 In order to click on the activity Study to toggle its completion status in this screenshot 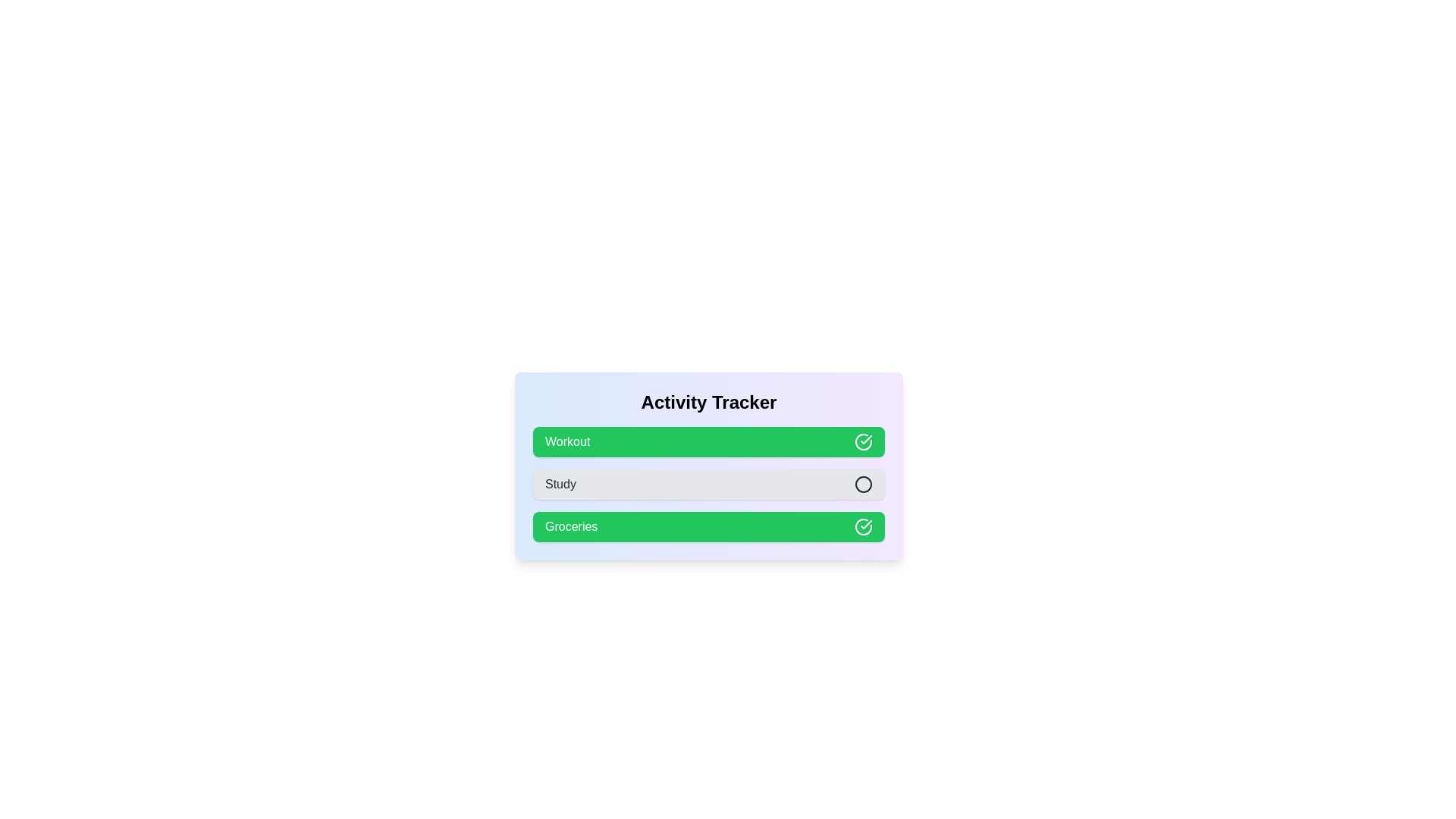, I will do `click(708, 485)`.